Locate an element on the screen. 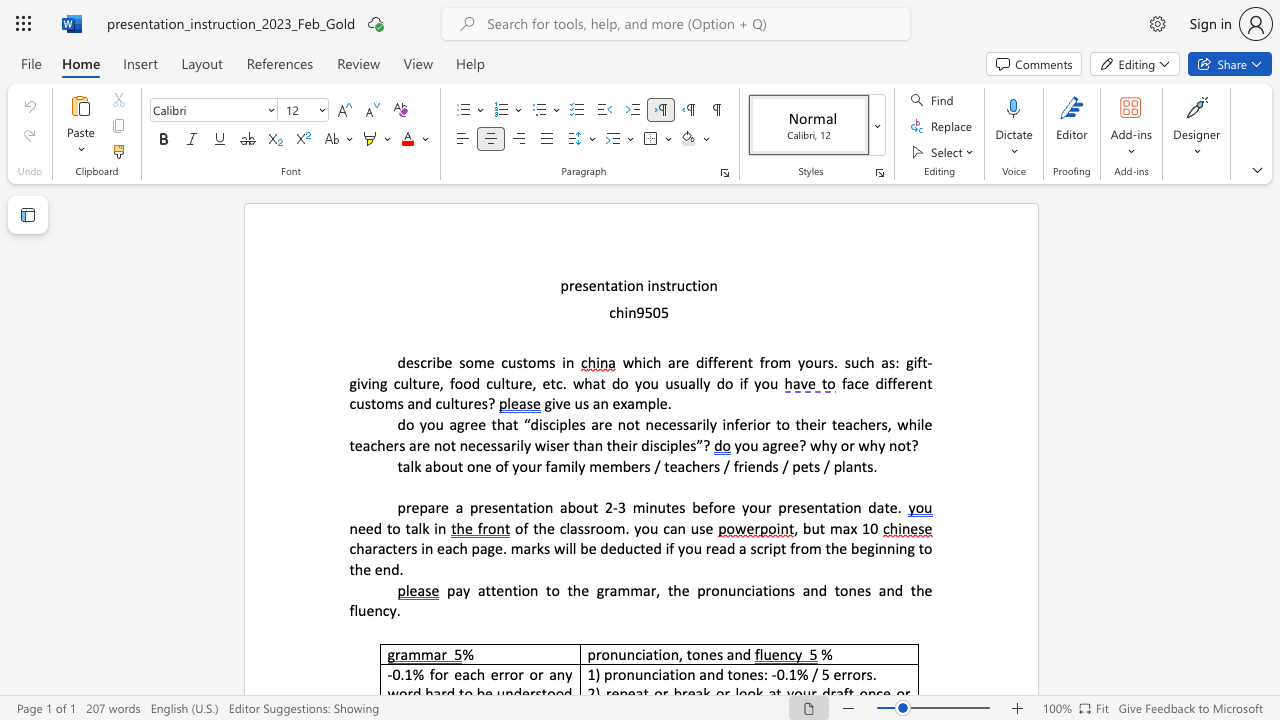 The height and width of the screenshot is (720, 1280). the subset text "ters in each page. marks will be deducted if you read a script from th" within the text "characters in each page. marks will be deducted if you read a script from the beginning to the end." is located at coordinates (392, 548).